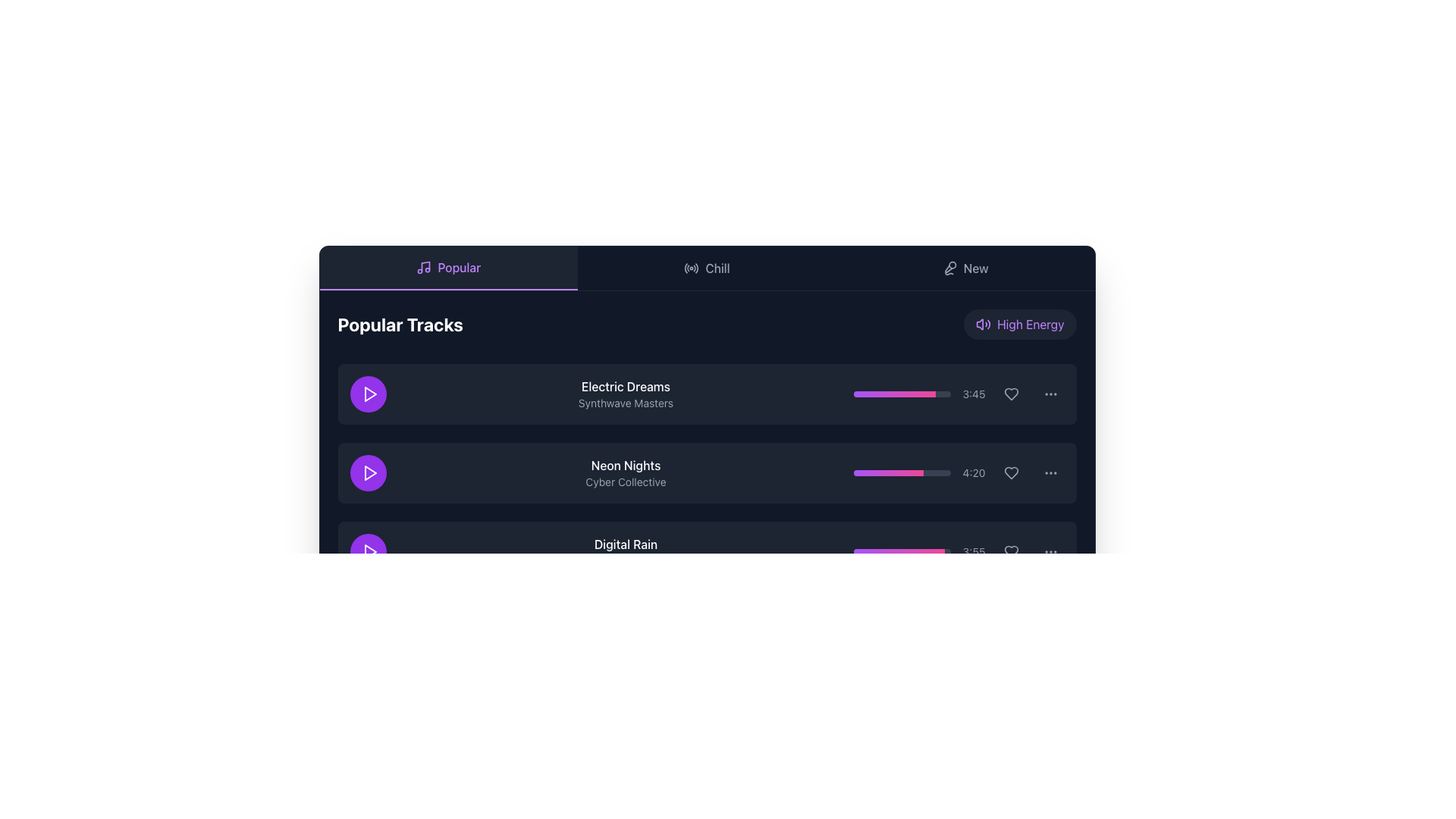 Image resolution: width=1456 pixels, height=819 pixels. What do you see at coordinates (916, 472) in the screenshot?
I see `progress` at bounding box center [916, 472].